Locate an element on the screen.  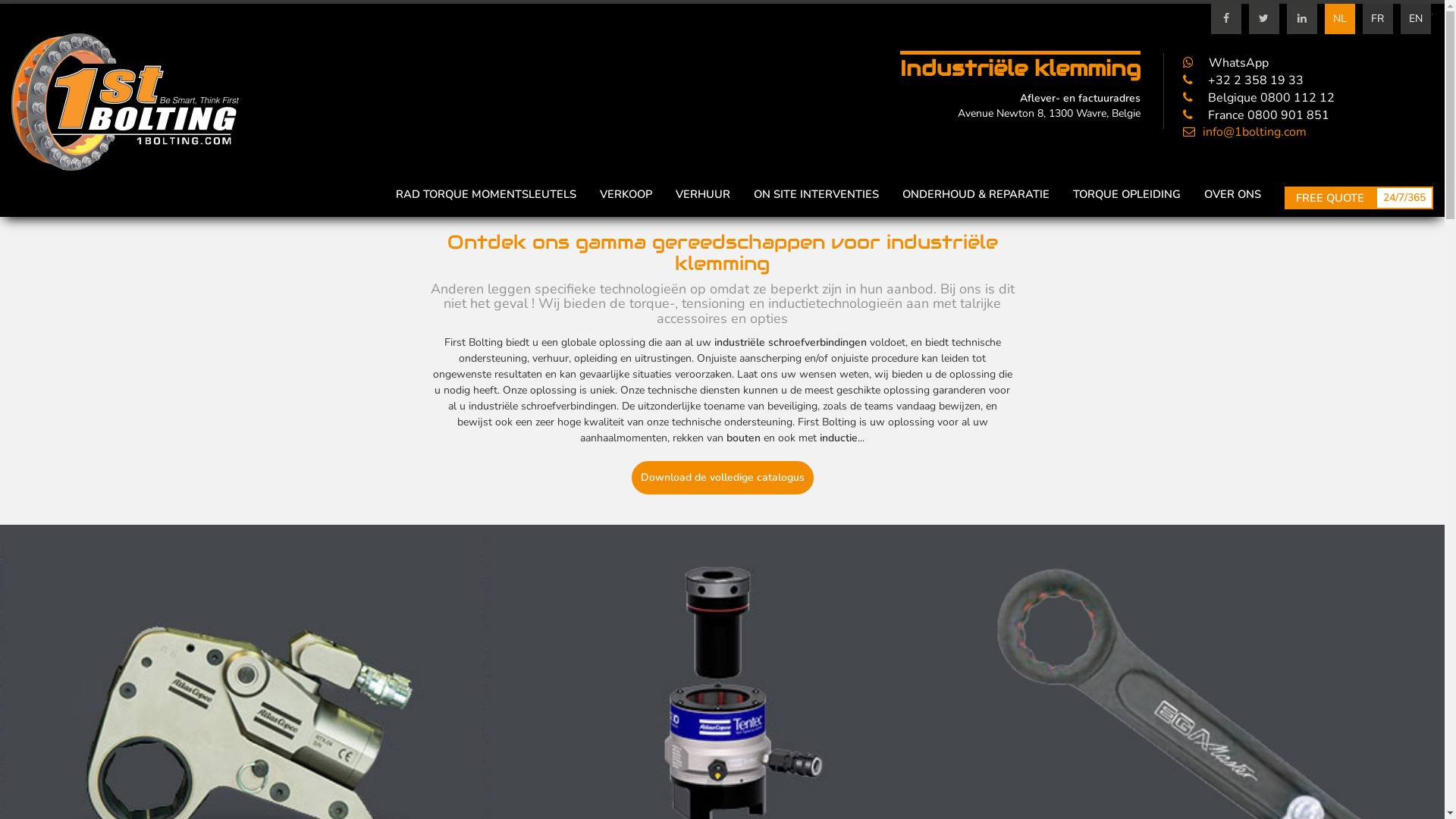
'+32 2 358 19 33' is located at coordinates (1243, 80).